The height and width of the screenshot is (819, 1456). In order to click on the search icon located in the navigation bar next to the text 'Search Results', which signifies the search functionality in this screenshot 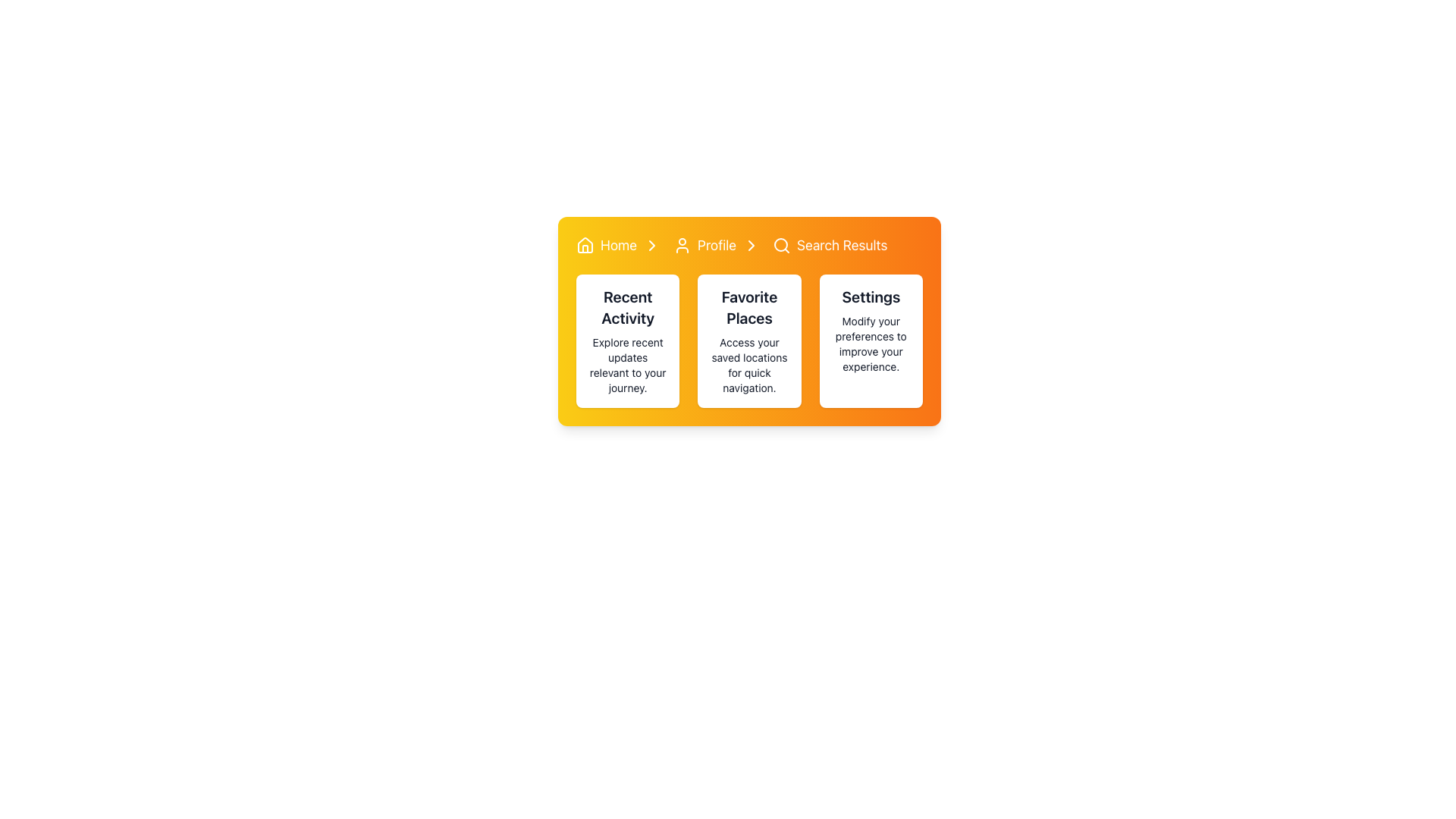, I will do `click(781, 244)`.